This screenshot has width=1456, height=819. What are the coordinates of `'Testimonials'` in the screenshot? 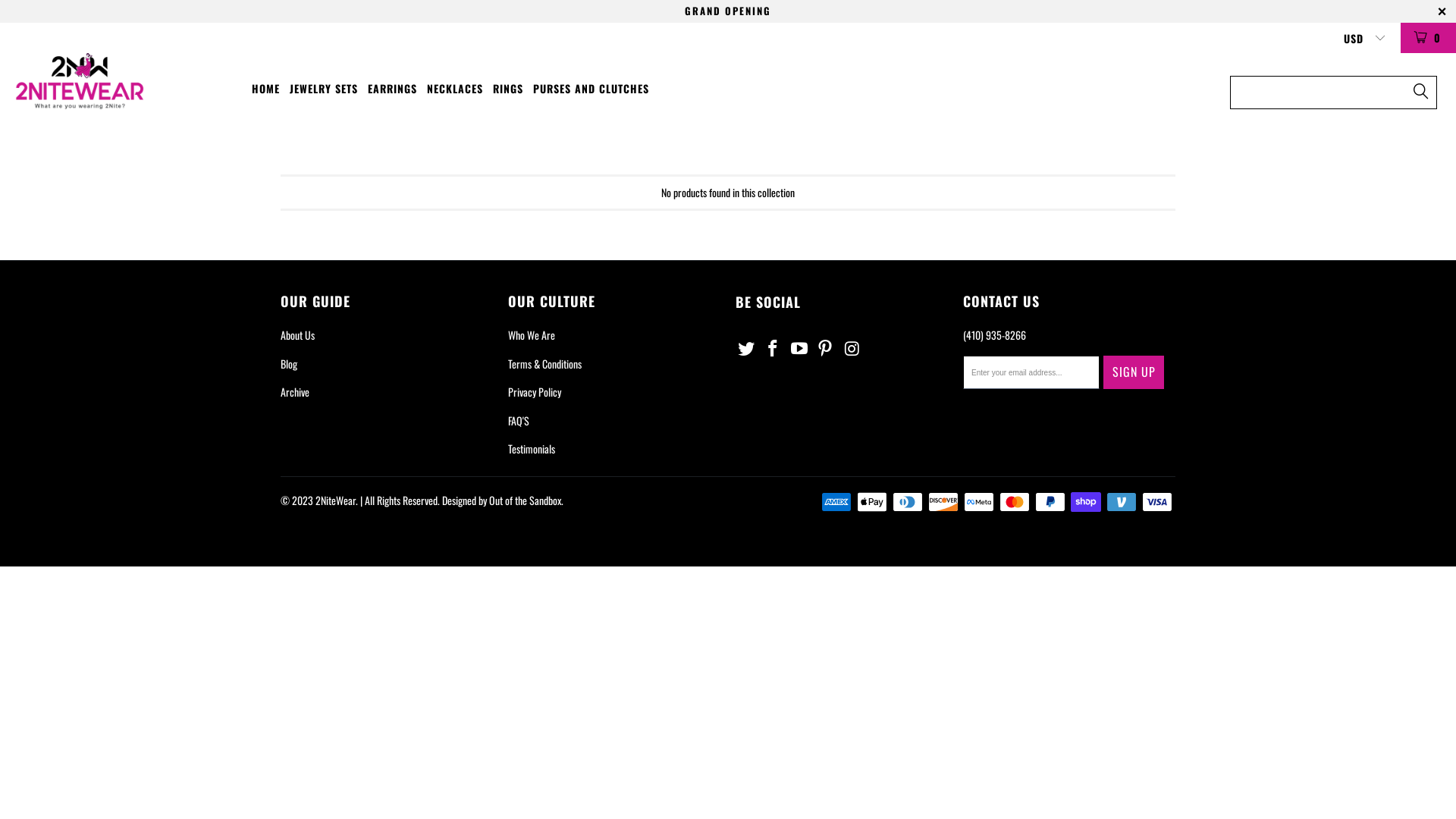 It's located at (531, 447).